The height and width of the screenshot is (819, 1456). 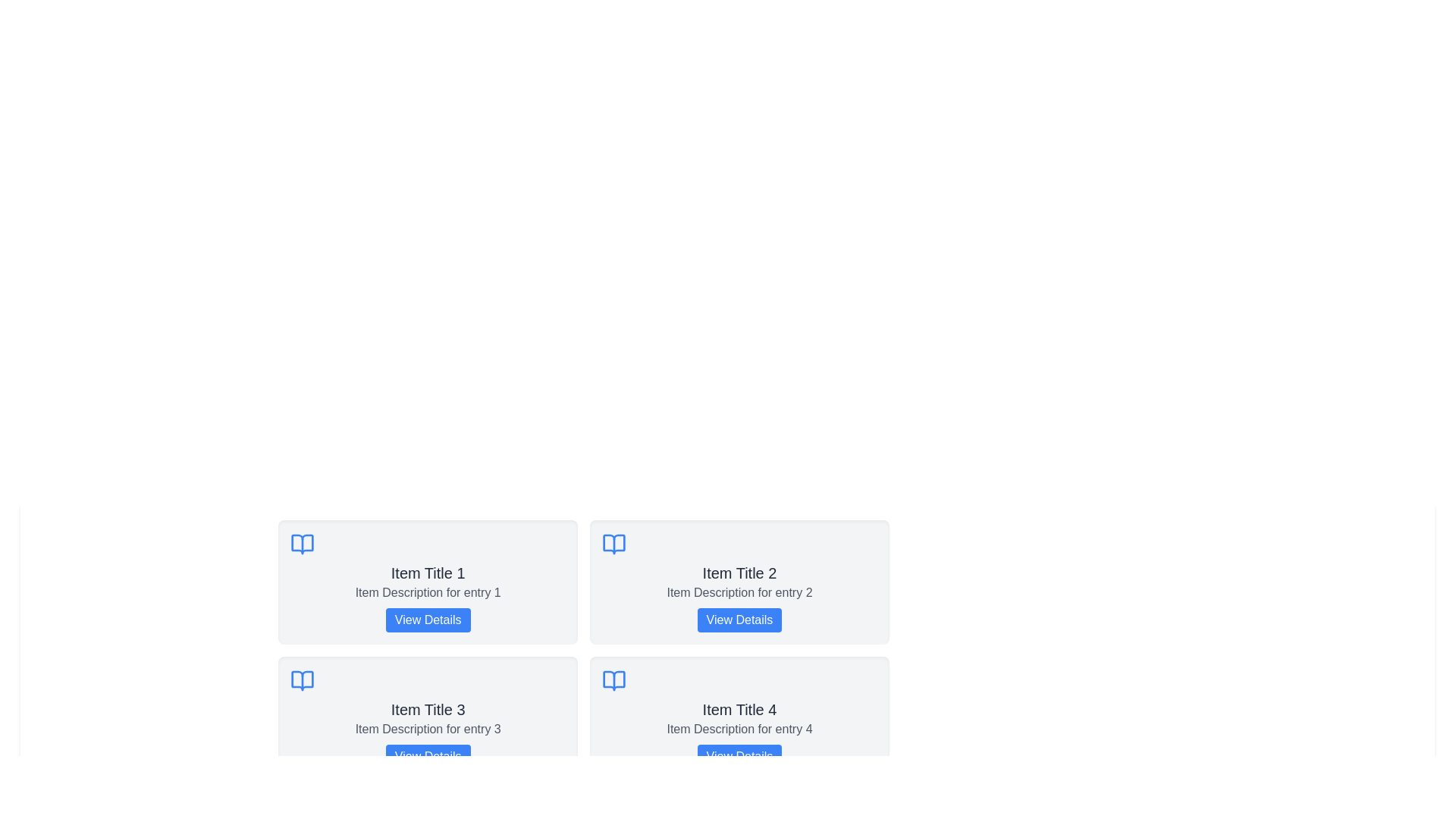 I want to click on the text element providing additional descriptive information about entry 4, which is located below 'Item Title 4' and above the 'View Details' button in the card layout, so click(x=739, y=728).